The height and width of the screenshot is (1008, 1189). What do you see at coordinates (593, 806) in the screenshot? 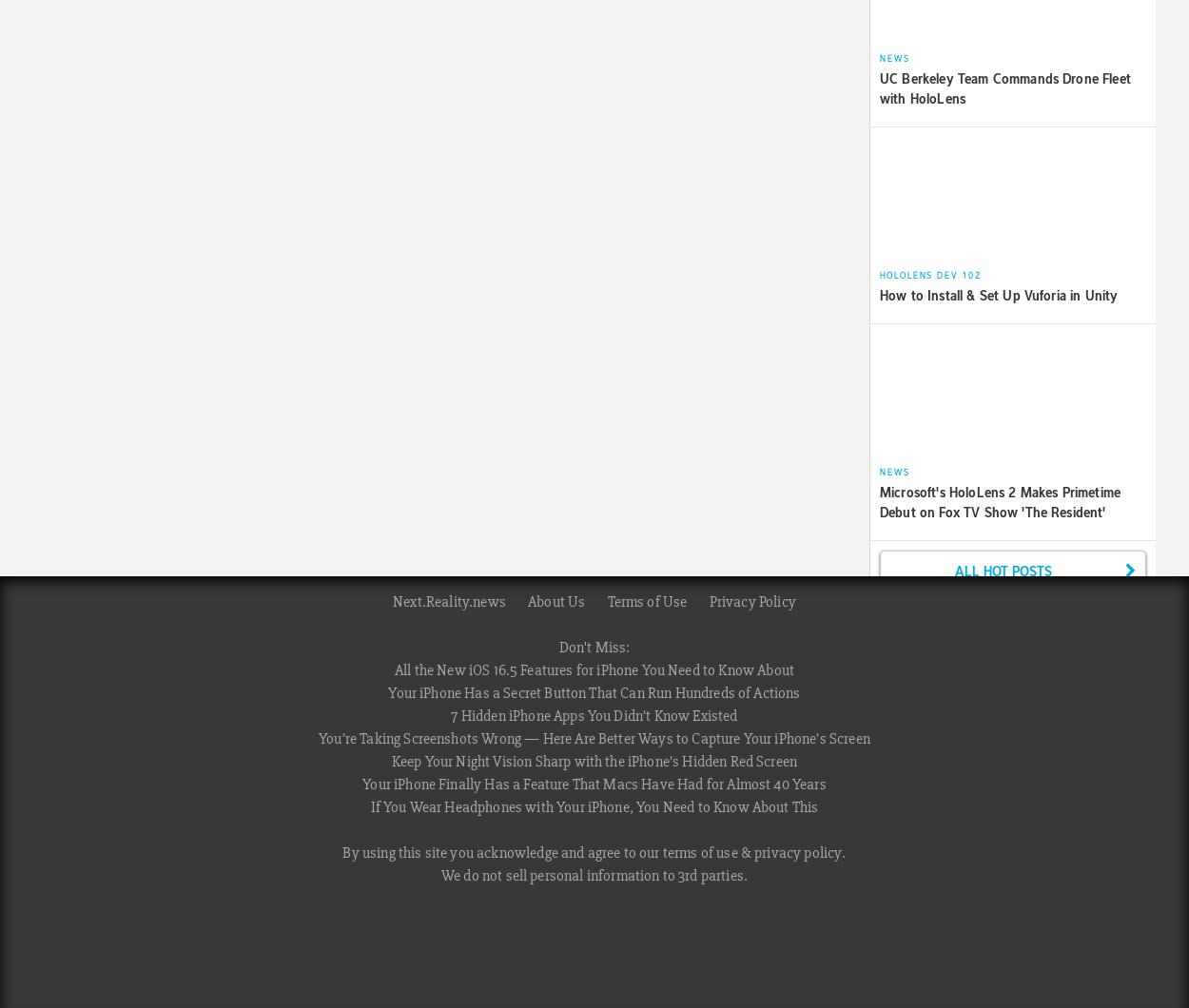
I see `'If You Wear Headphones with Your iPhone, You Need to Know About This'` at bounding box center [593, 806].